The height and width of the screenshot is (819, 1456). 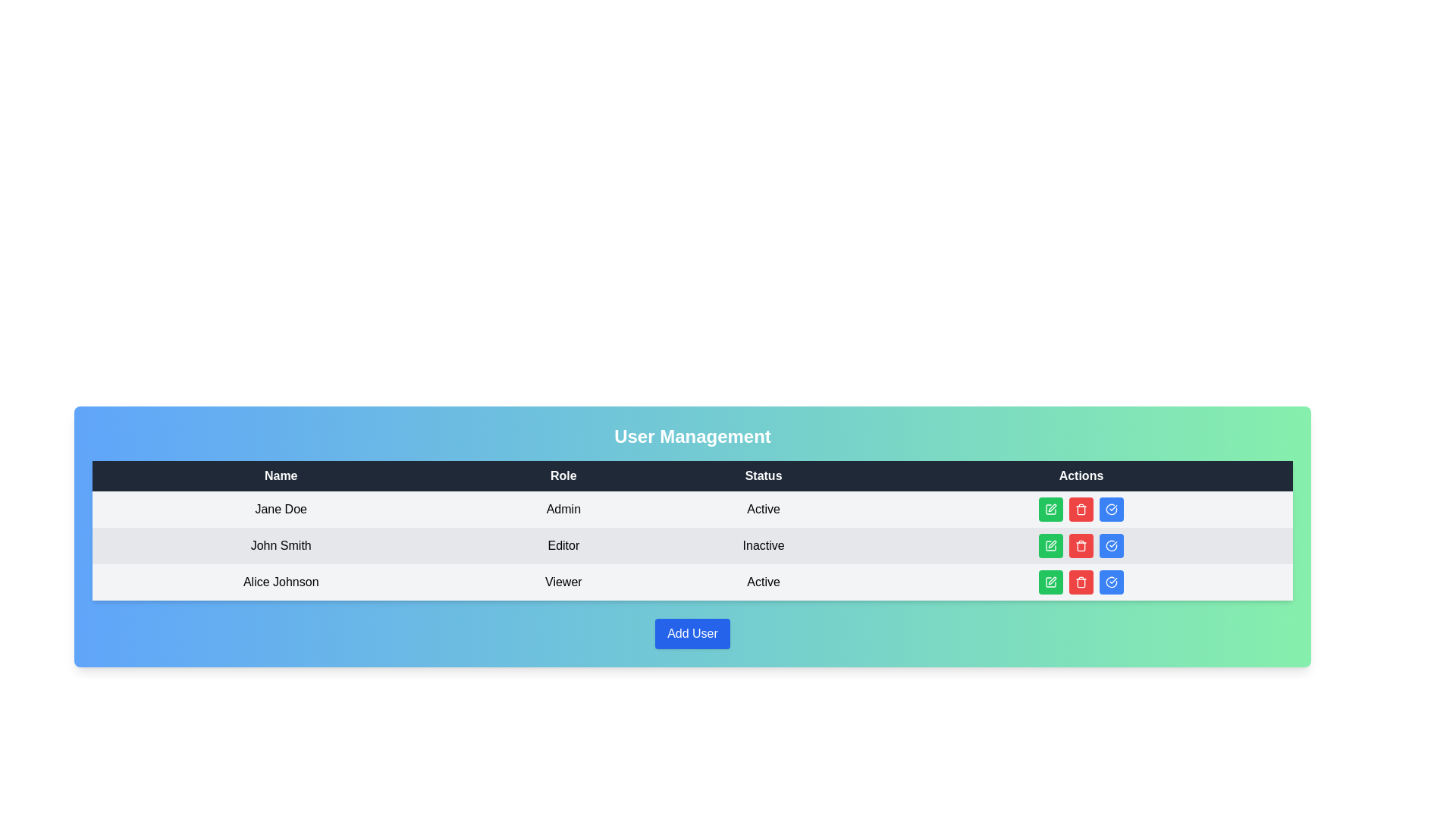 What do you see at coordinates (1050, 546) in the screenshot?
I see `the first action button in the second row of the 'Actions' column in the user management table` at bounding box center [1050, 546].